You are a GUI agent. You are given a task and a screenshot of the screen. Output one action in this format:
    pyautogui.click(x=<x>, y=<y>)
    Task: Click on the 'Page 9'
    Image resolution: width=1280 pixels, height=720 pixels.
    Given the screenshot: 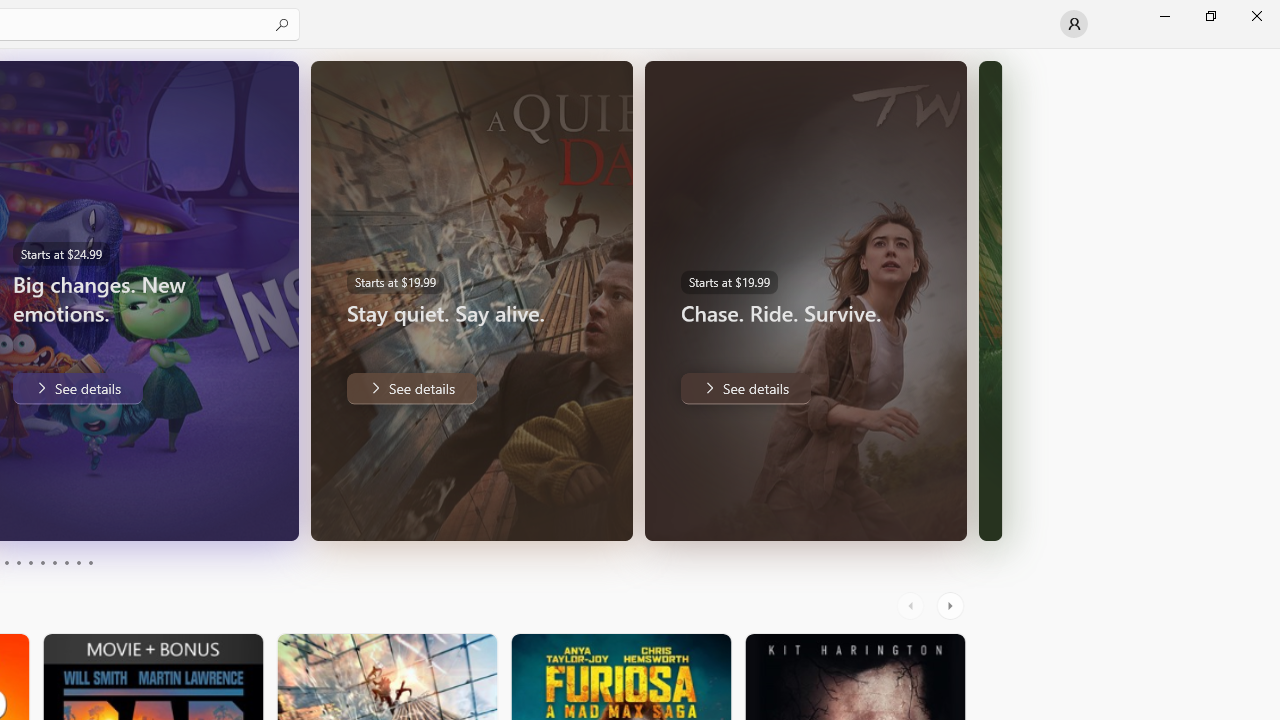 What is the action you would take?
    pyautogui.click(x=78, y=563)
    